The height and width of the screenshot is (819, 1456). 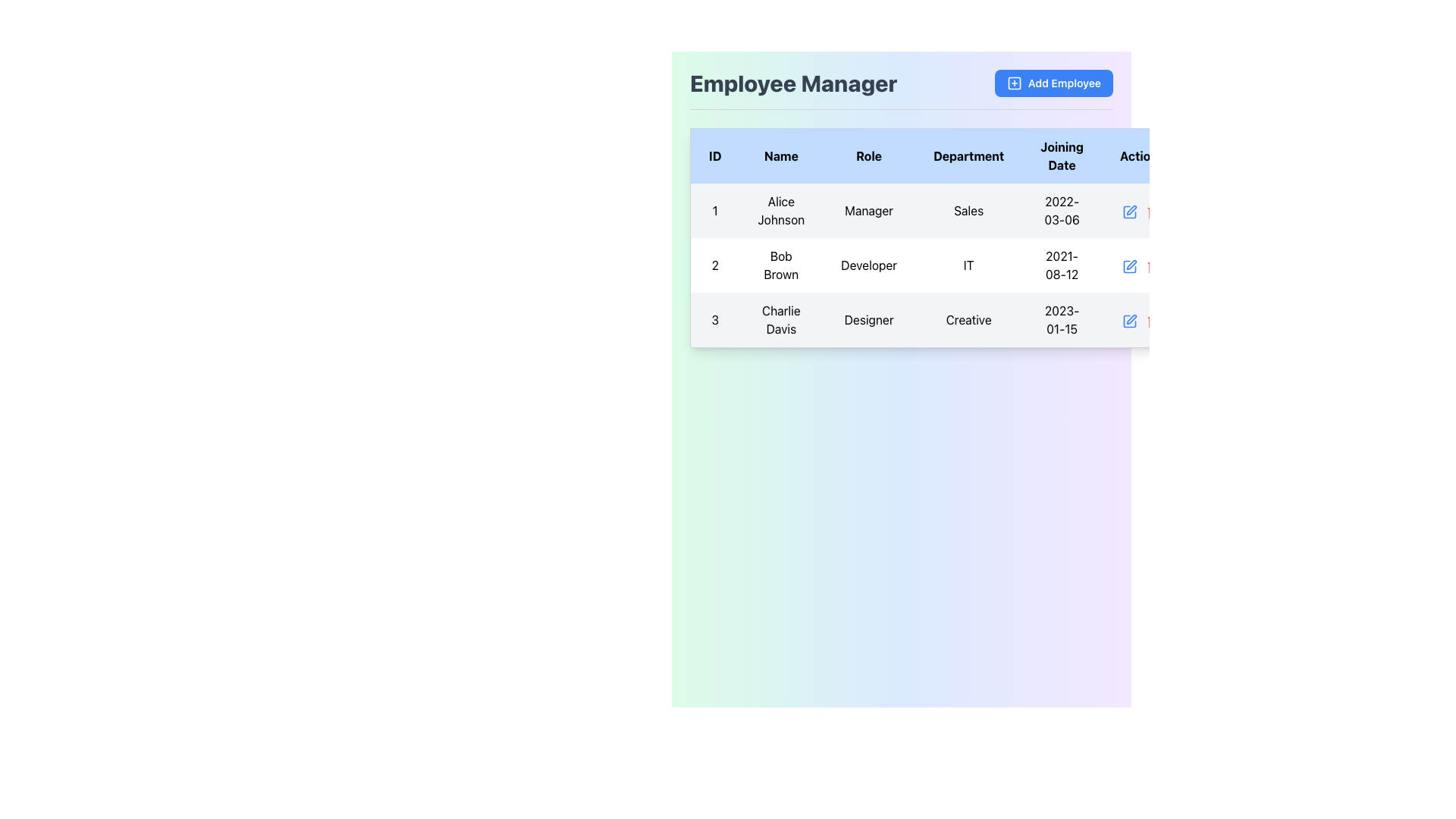 I want to click on text label indicating the role of 'Charlie Davis' located in the third row of the 'Role' column in the table, so click(x=869, y=319).